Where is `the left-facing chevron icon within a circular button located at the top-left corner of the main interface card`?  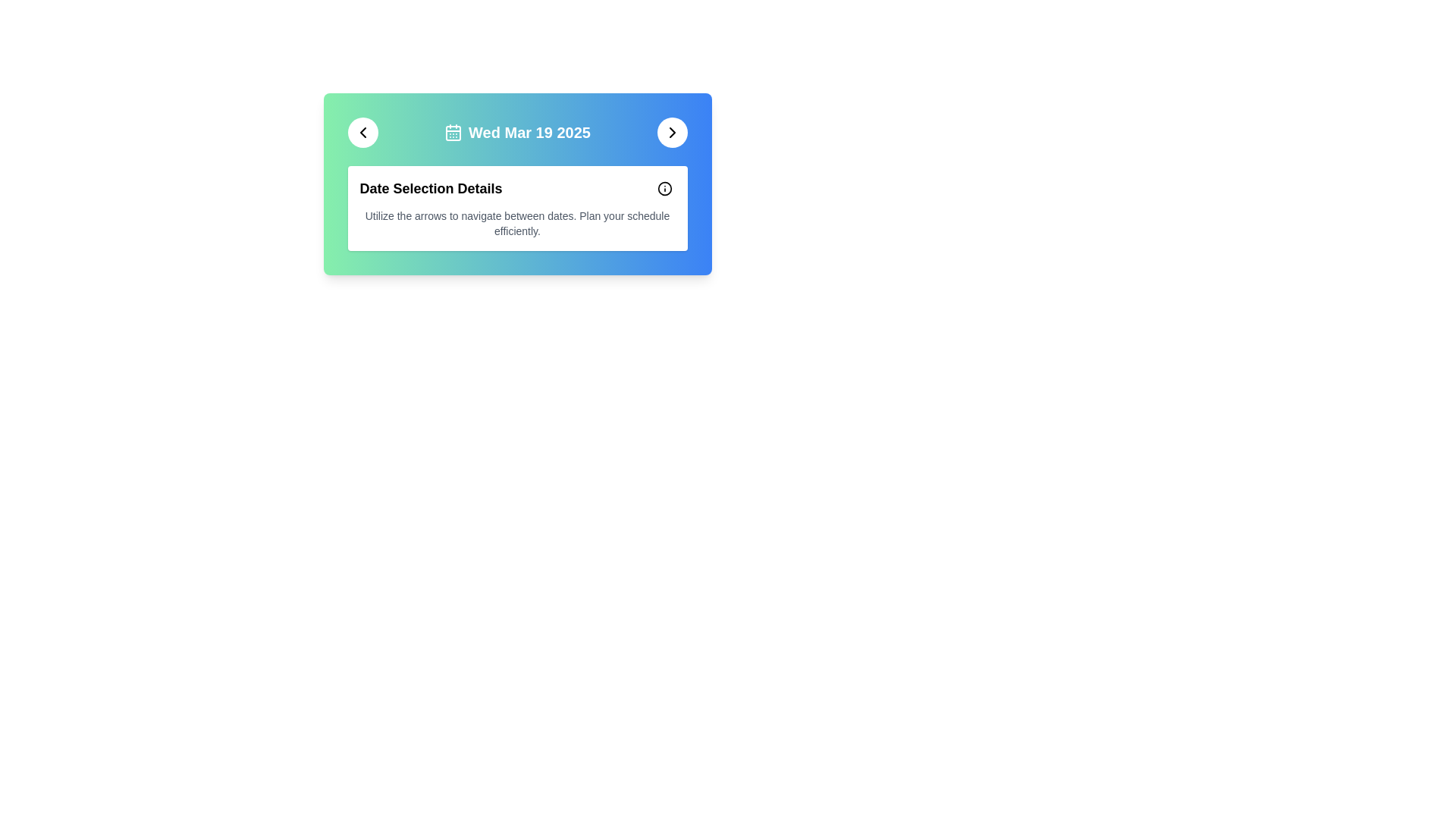 the left-facing chevron icon within a circular button located at the top-left corner of the main interface card is located at coordinates (362, 131).